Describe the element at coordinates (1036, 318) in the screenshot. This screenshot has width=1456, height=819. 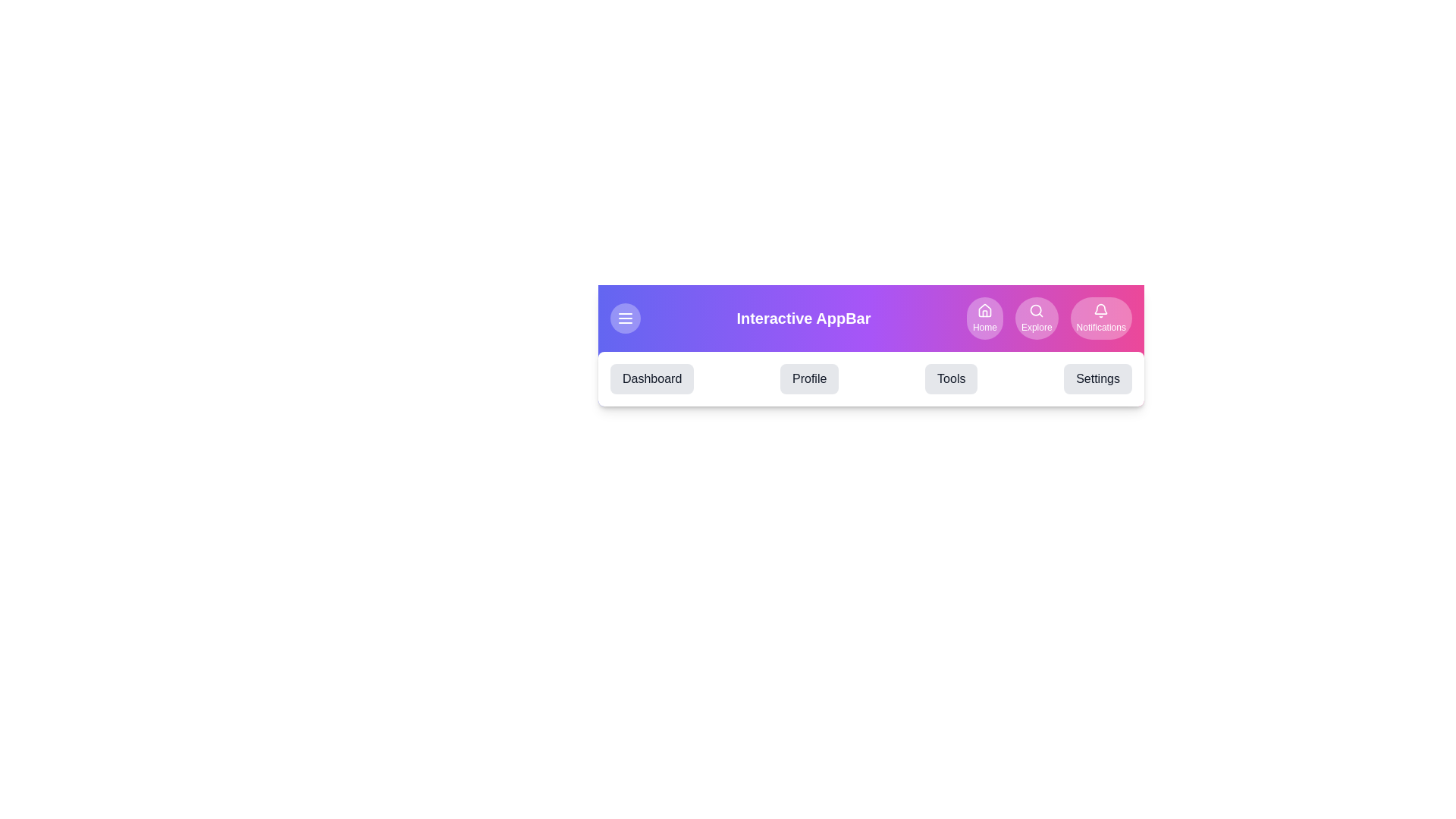
I see `the Explore button to navigate to the respective section` at that location.